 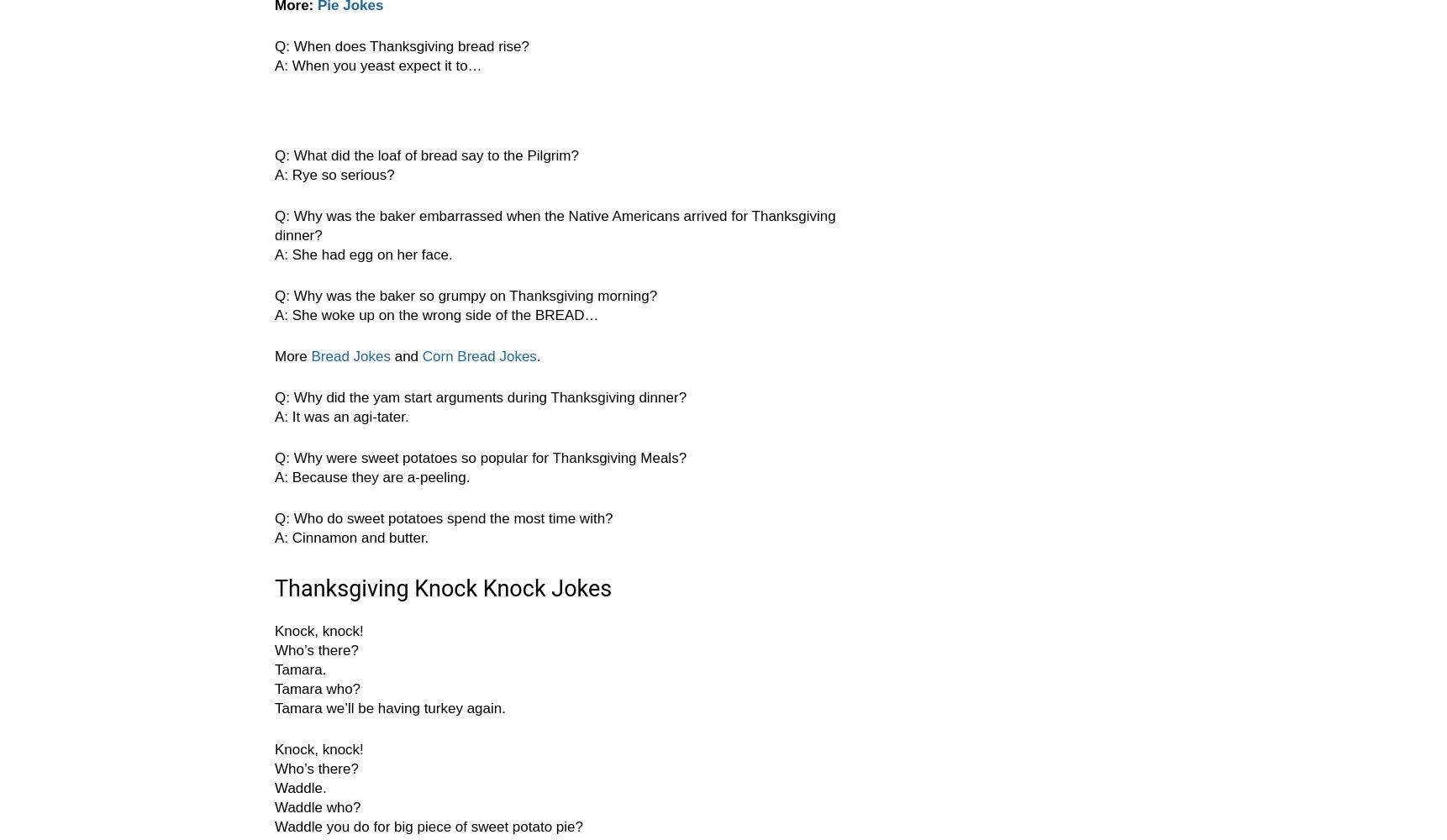 What do you see at coordinates (274, 255) in the screenshot?
I see `'A: She had egg on her face.'` at bounding box center [274, 255].